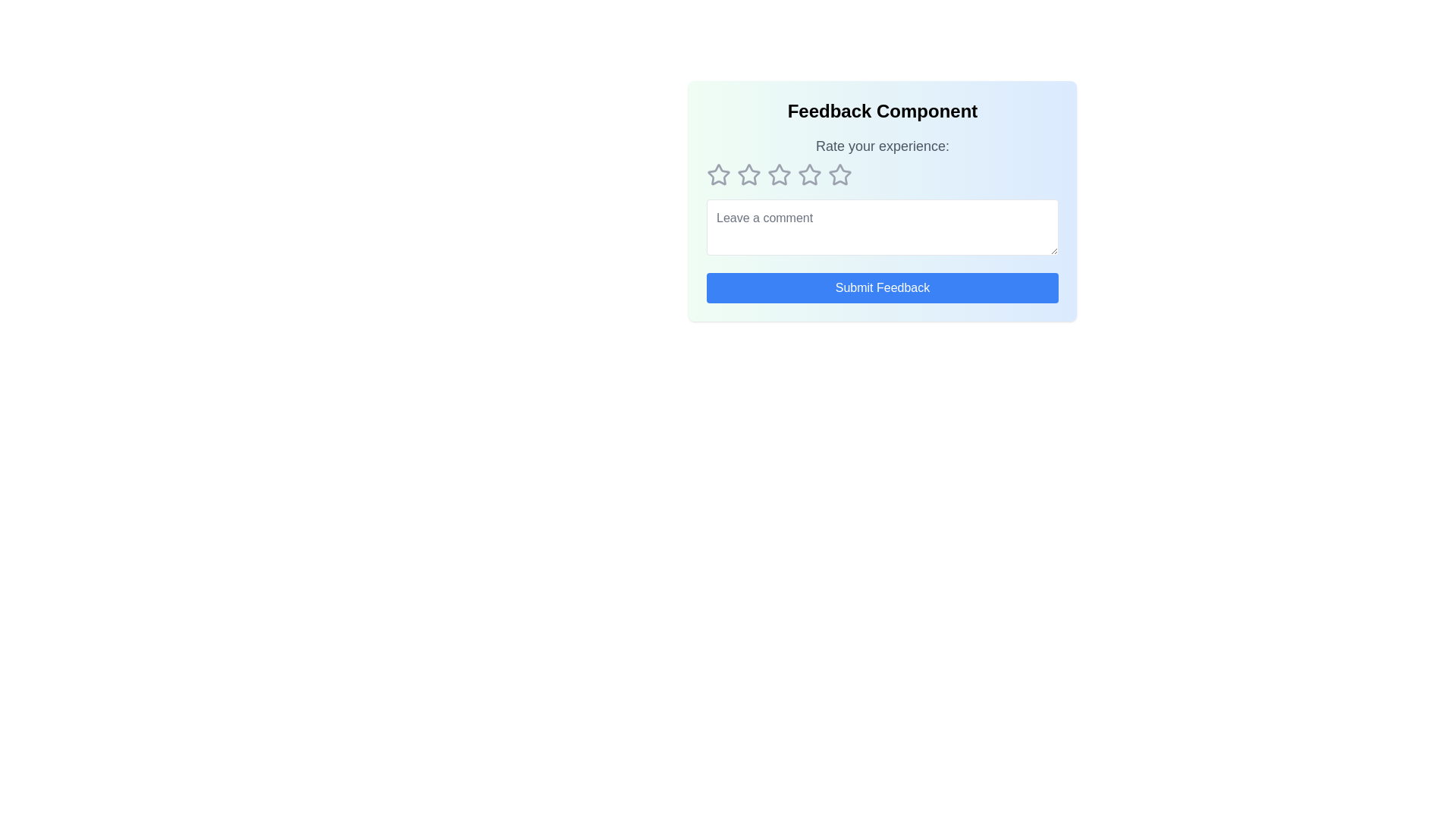 The height and width of the screenshot is (819, 1456). I want to click on the first star in the row of five rating stars located in the feedback component section, so click(718, 174).